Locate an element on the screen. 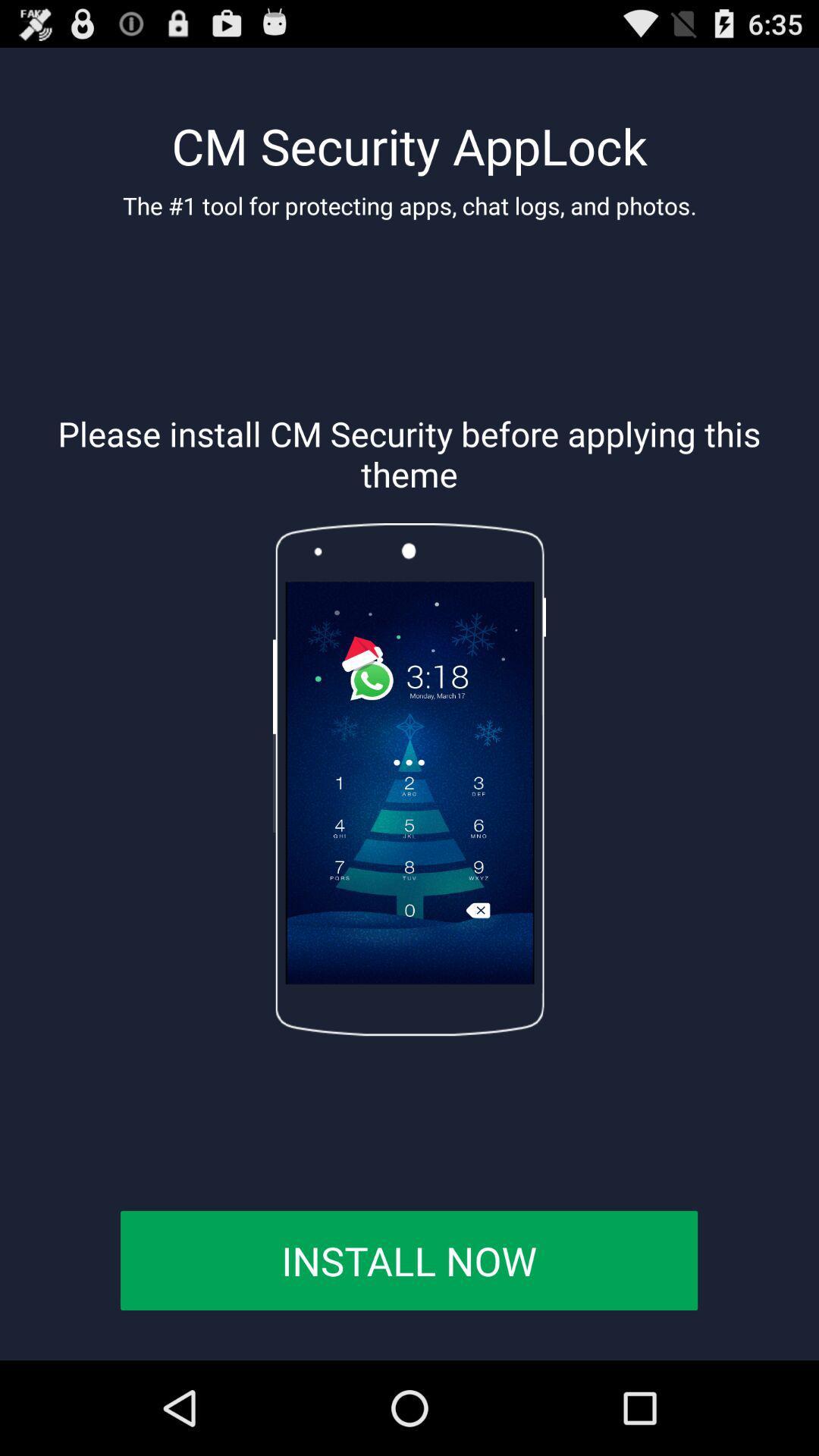 This screenshot has height=1456, width=819. the install now is located at coordinates (408, 1260).